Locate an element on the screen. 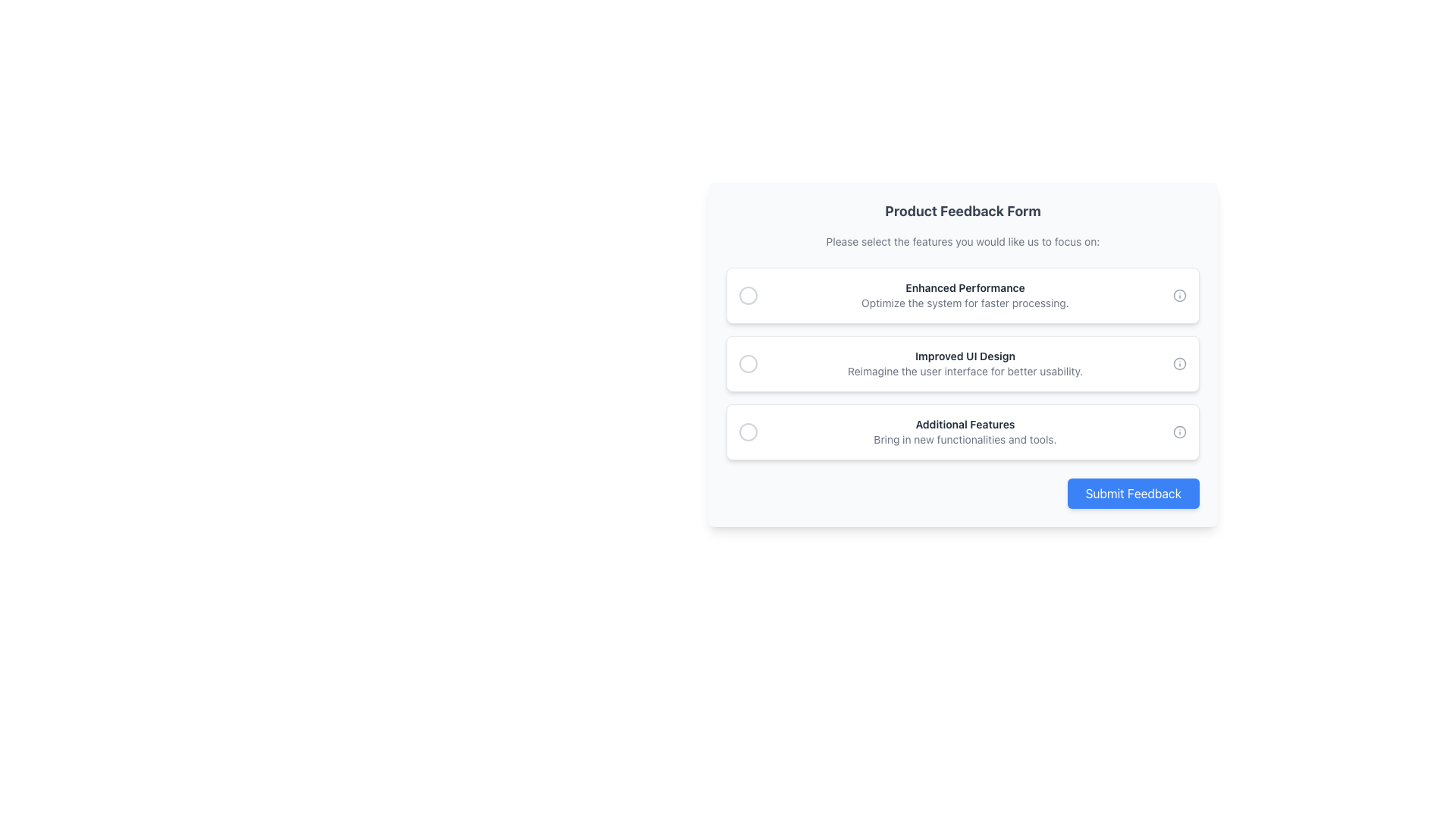  the text label reading 'Enhanced Performance' which is styled in bold, dark-gray color and is located at the top of a card in the 'Product Feedback Form' section is located at coordinates (964, 288).